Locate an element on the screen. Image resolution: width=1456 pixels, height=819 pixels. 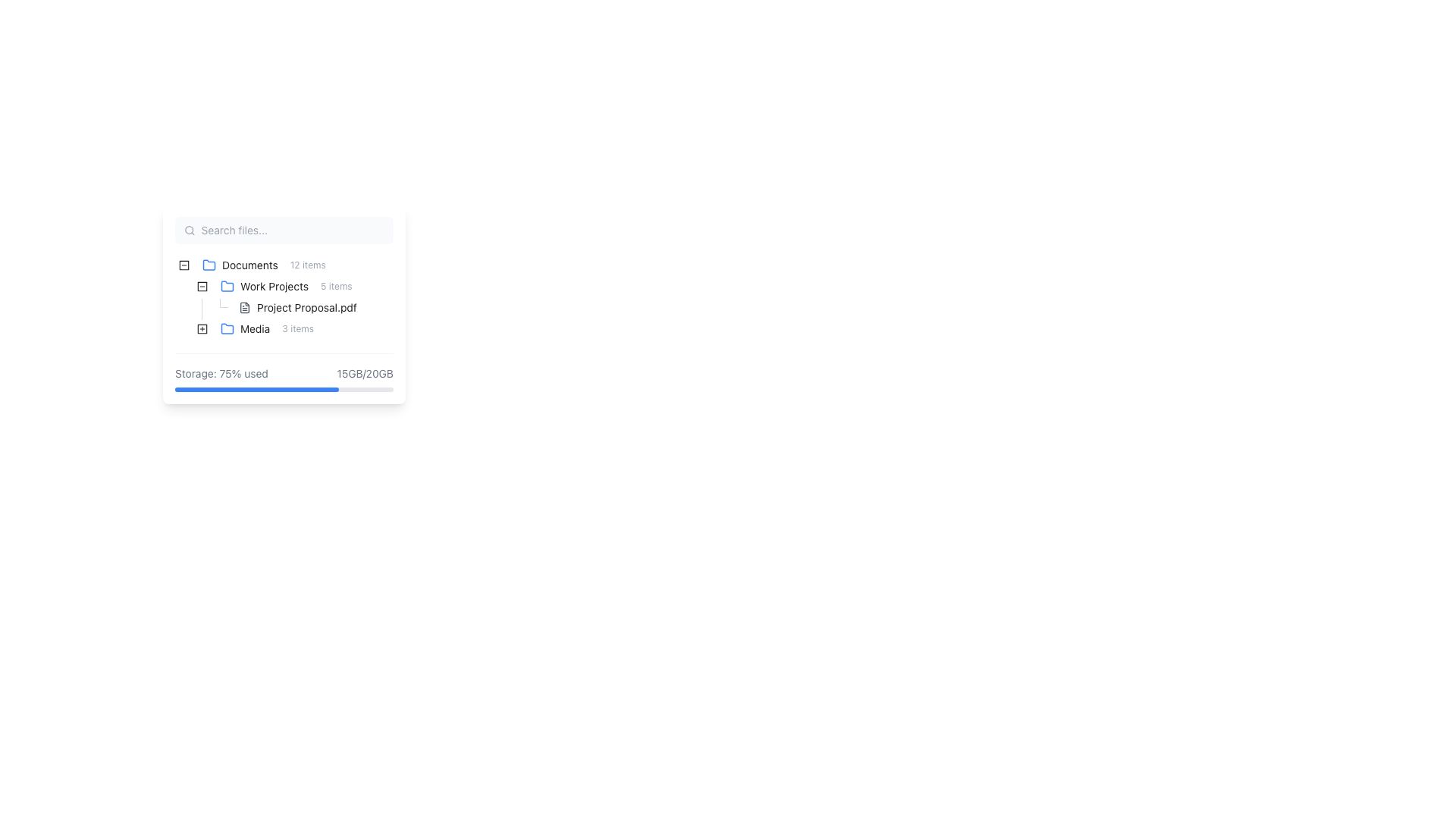
the document icon representing a file labeled 'Project Proposal.pdf' is located at coordinates (244, 307).